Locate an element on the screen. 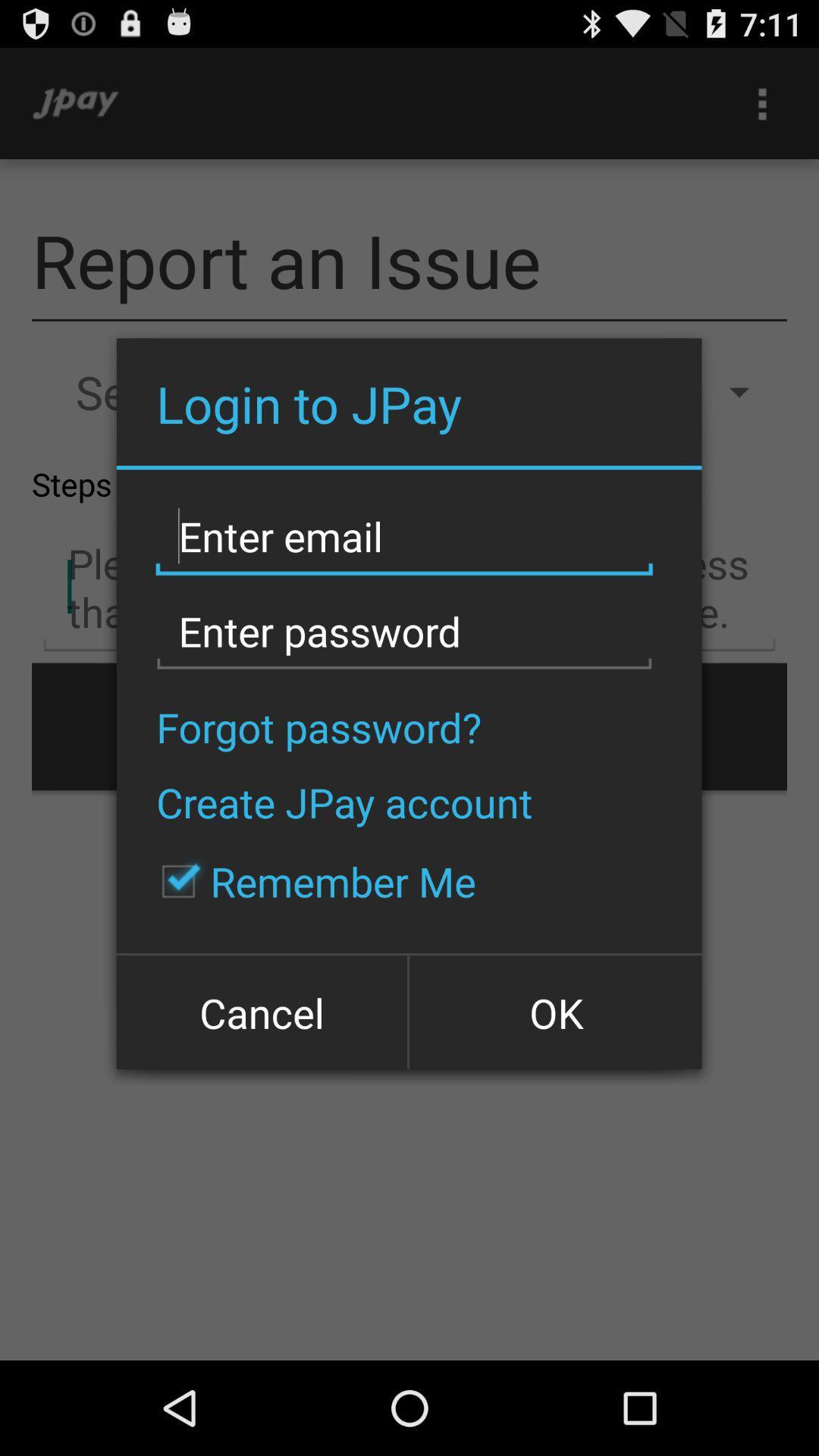 Image resolution: width=819 pixels, height=1456 pixels. the forgot password? icon is located at coordinates (318, 726).